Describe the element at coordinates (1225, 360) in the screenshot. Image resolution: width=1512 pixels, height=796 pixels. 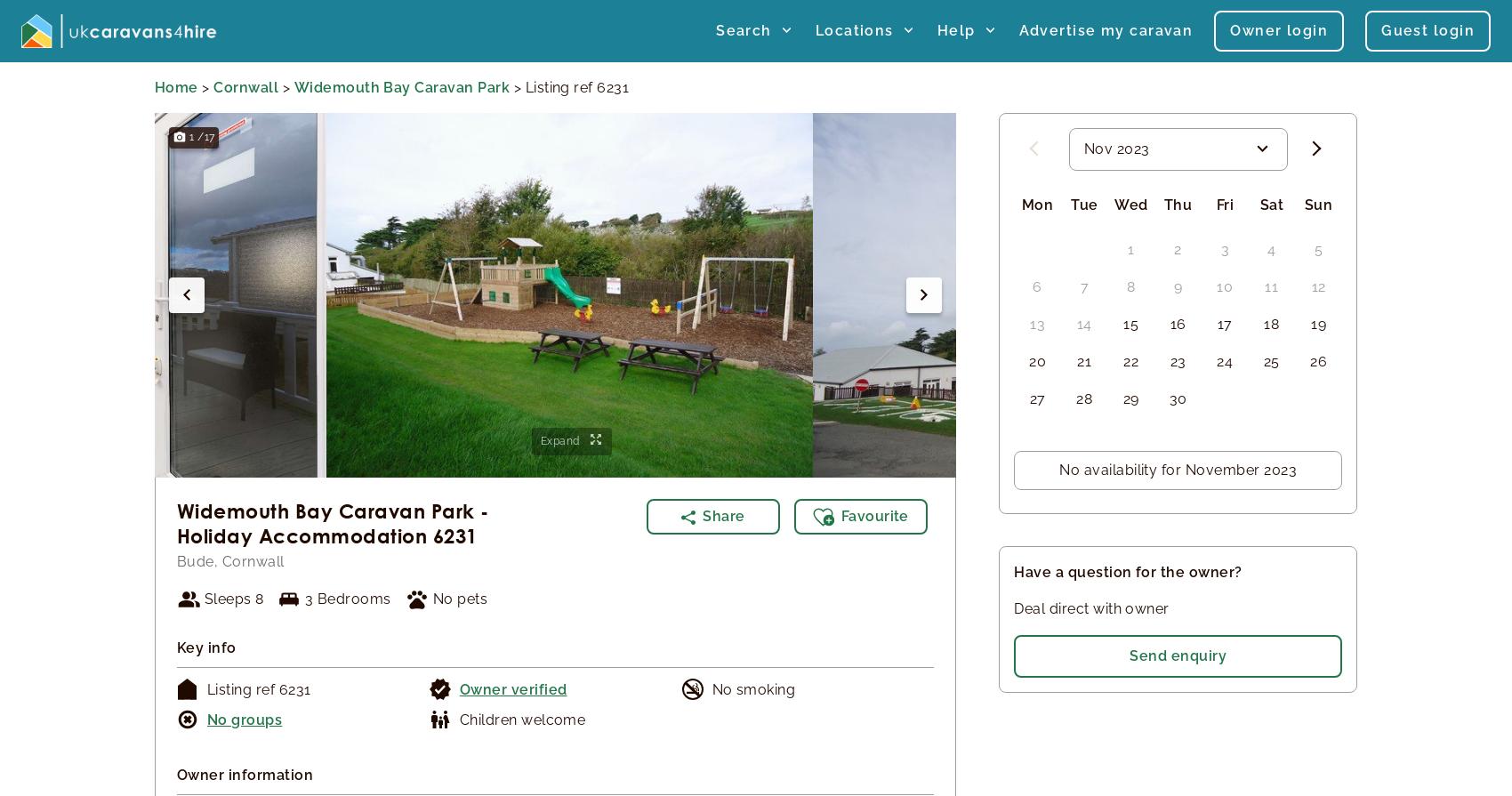
I see `'24'` at that location.